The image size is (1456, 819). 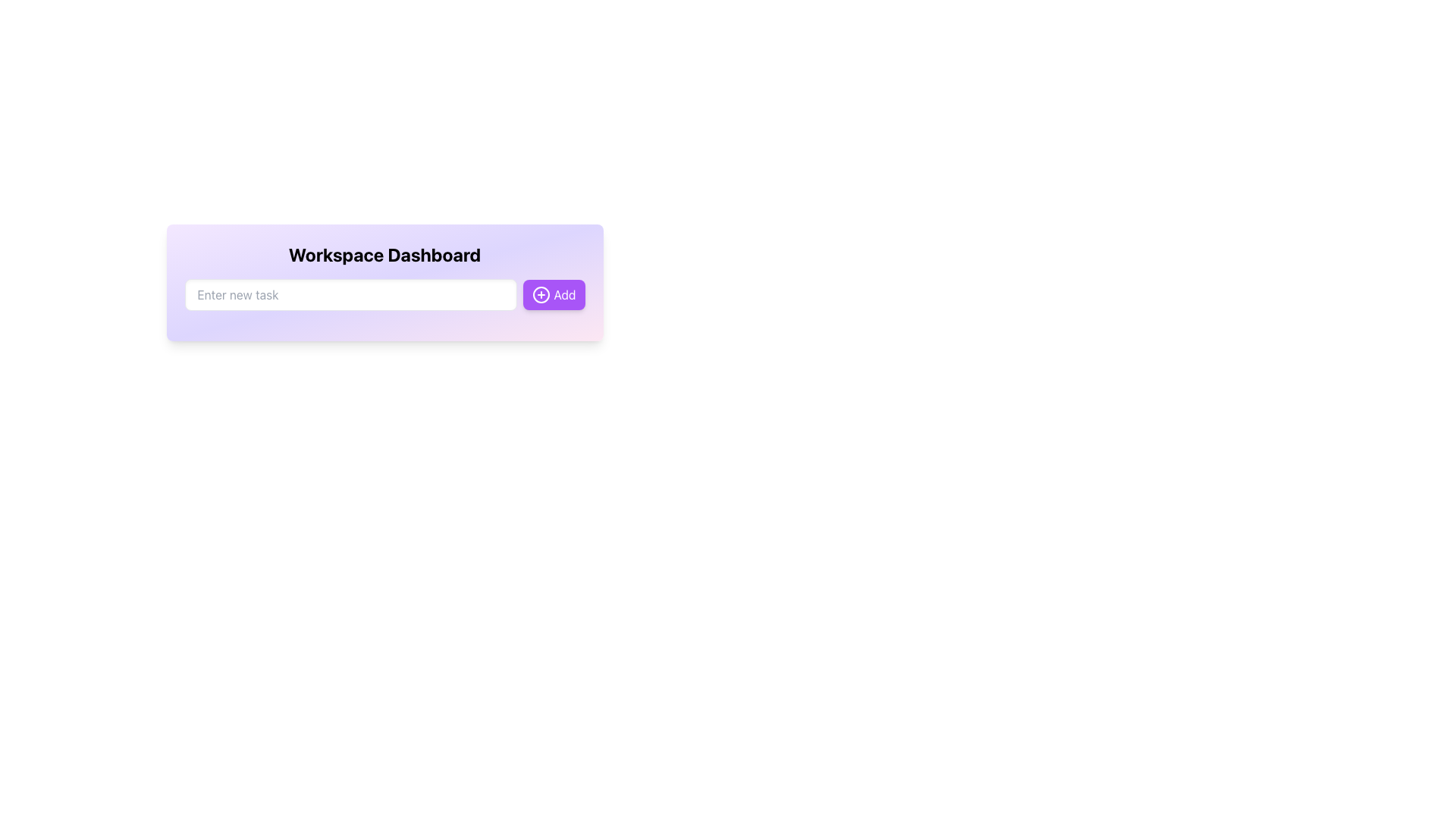 I want to click on the button located to the right of the 'Enter new task' text input field, so click(x=553, y=295).